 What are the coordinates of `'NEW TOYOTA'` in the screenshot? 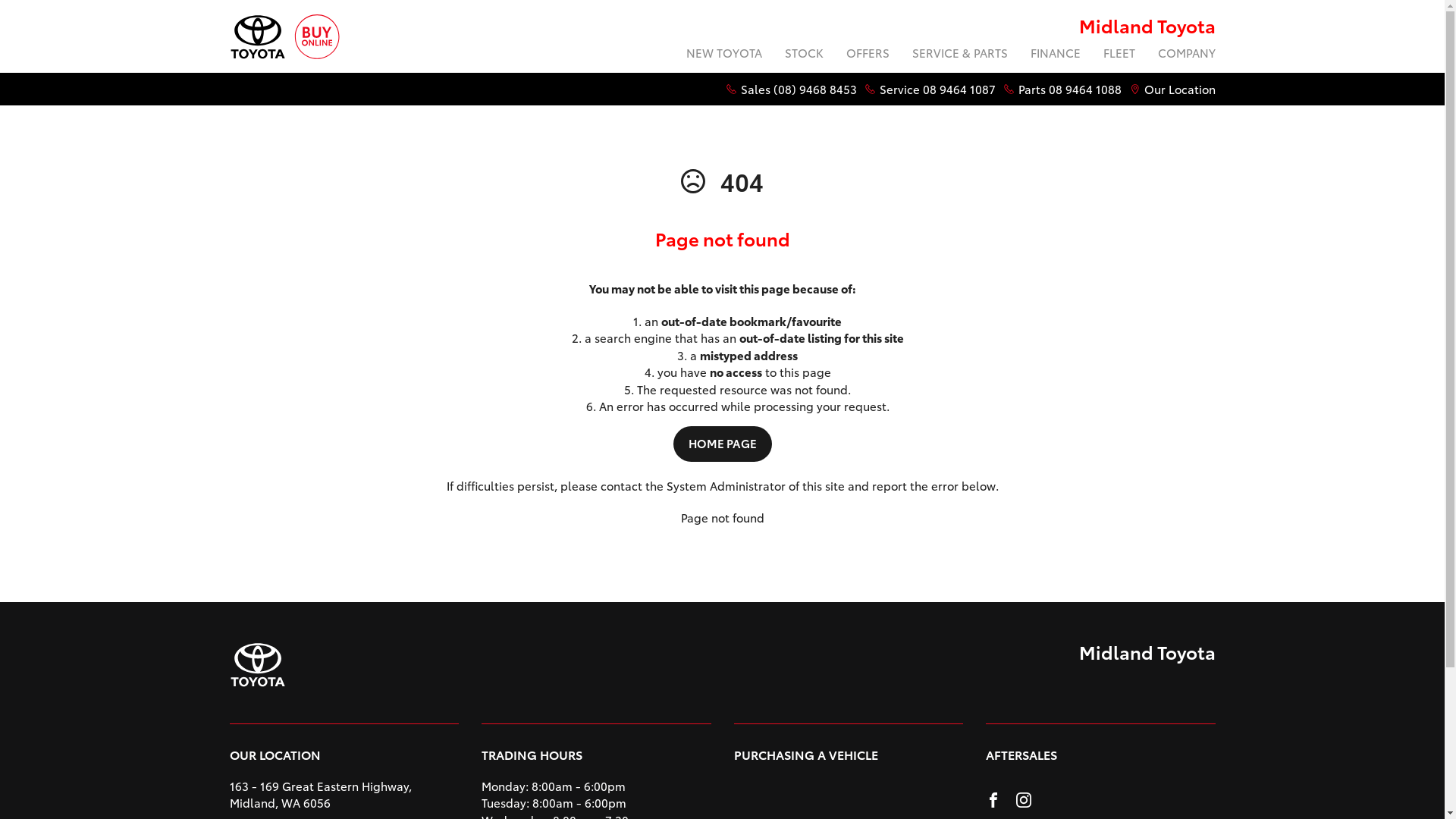 It's located at (673, 54).